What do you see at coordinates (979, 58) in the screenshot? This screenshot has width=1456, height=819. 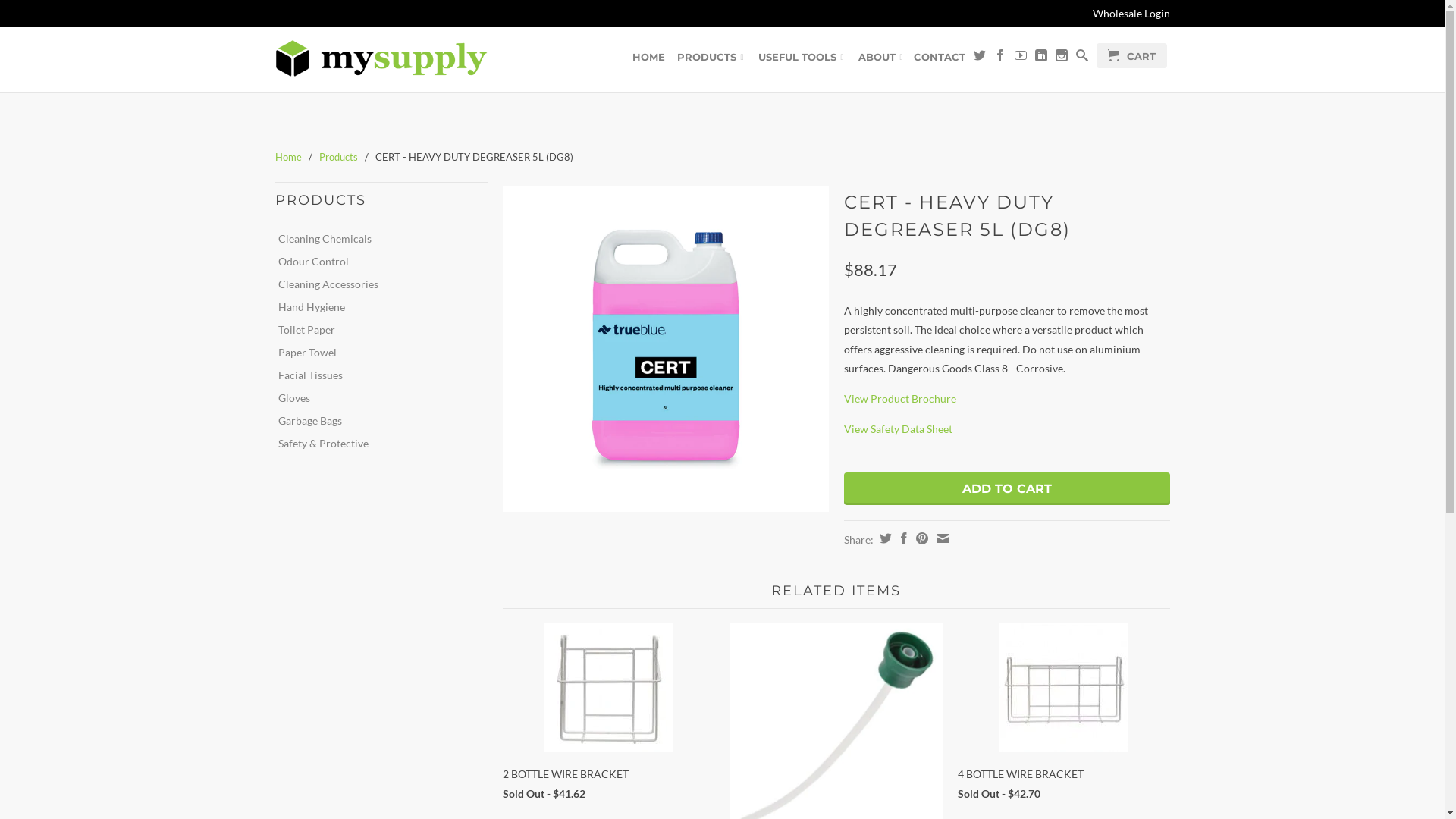 I see `'mysupply on Twitter'` at bounding box center [979, 58].